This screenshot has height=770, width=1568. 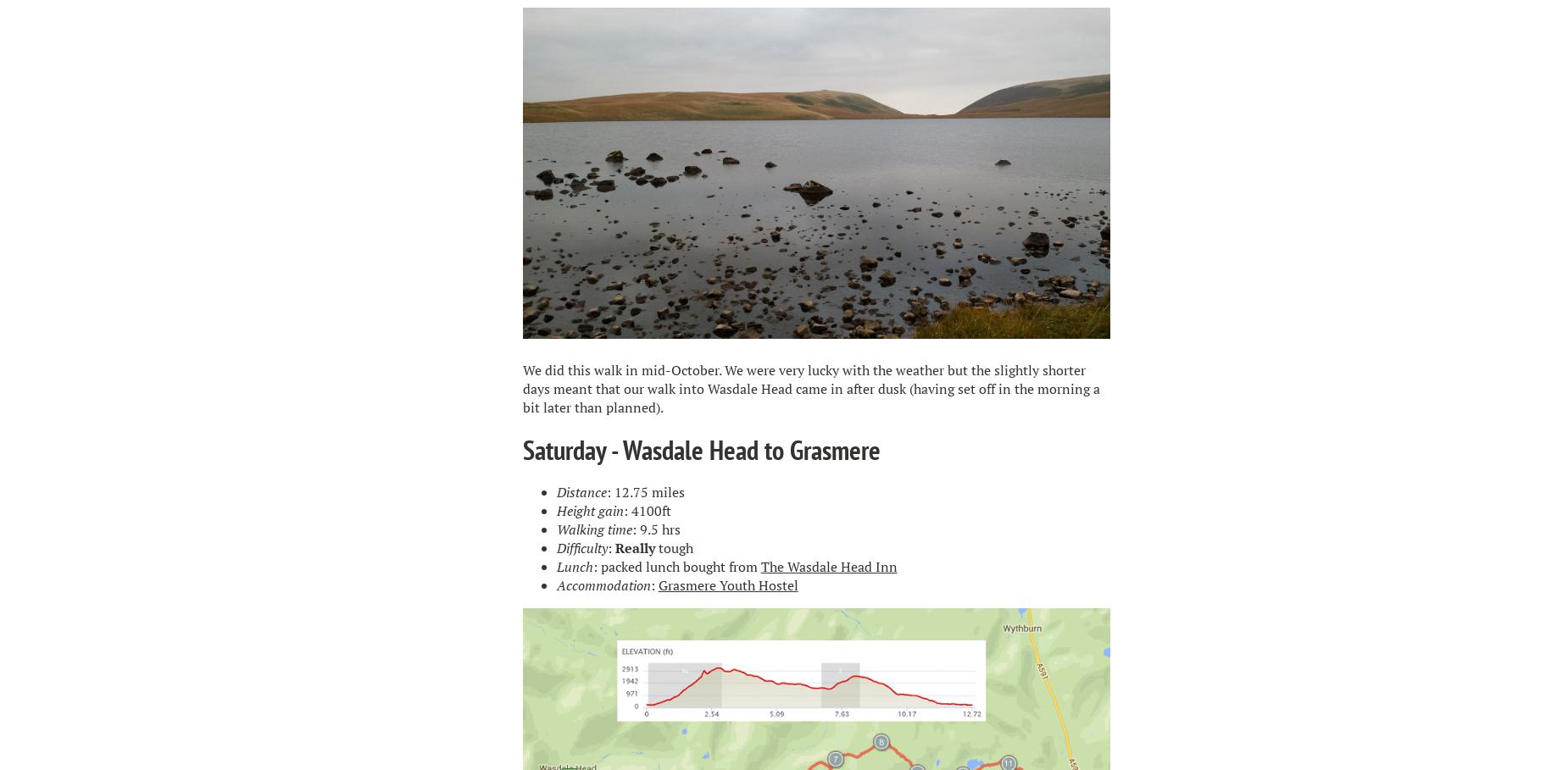 What do you see at coordinates (631, 529) in the screenshot?
I see `': 9.5 hrs'` at bounding box center [631, 529].